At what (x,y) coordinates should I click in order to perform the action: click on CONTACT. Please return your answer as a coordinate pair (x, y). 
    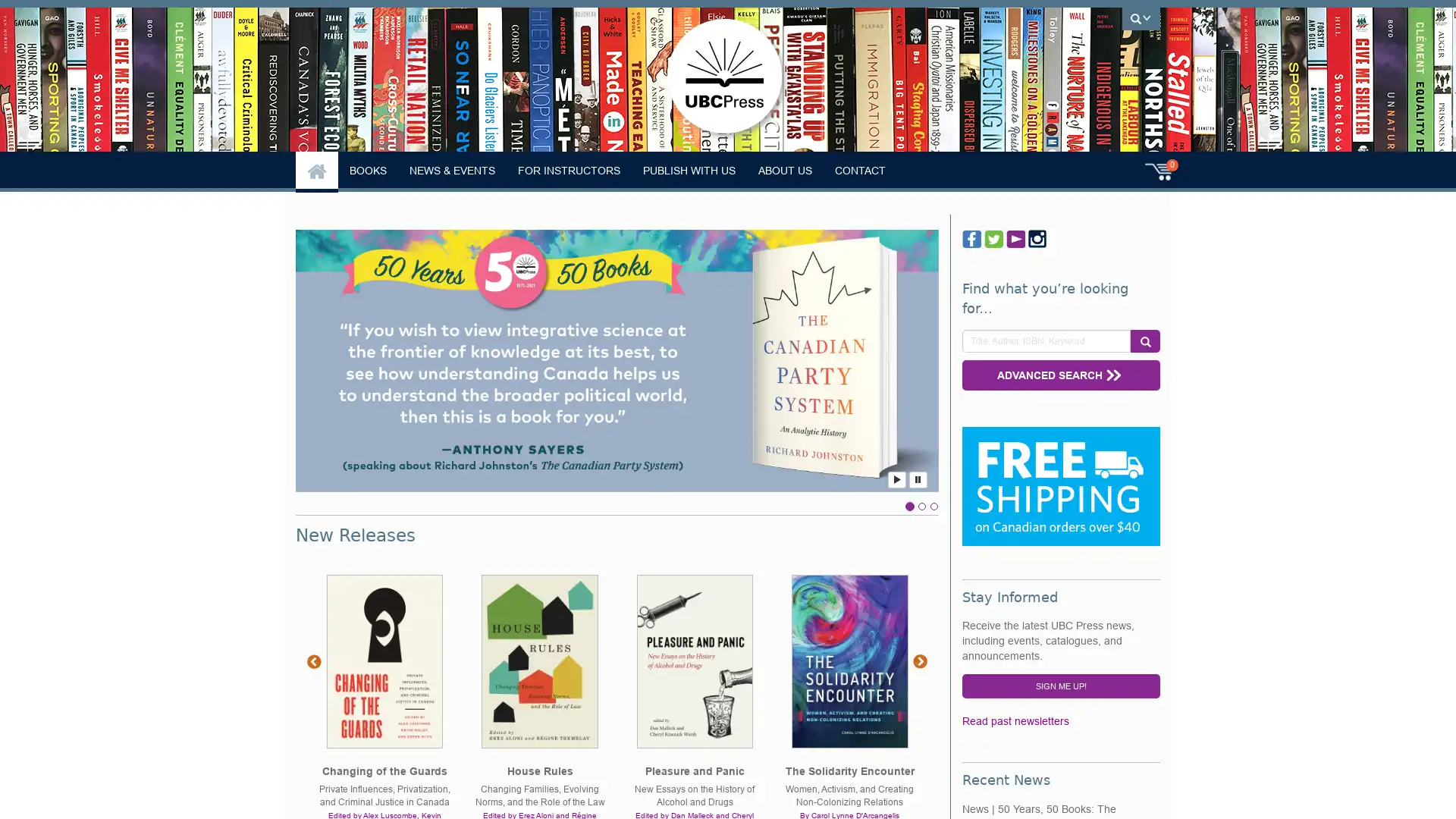
    Looking at the image, I should click on (860, 170).